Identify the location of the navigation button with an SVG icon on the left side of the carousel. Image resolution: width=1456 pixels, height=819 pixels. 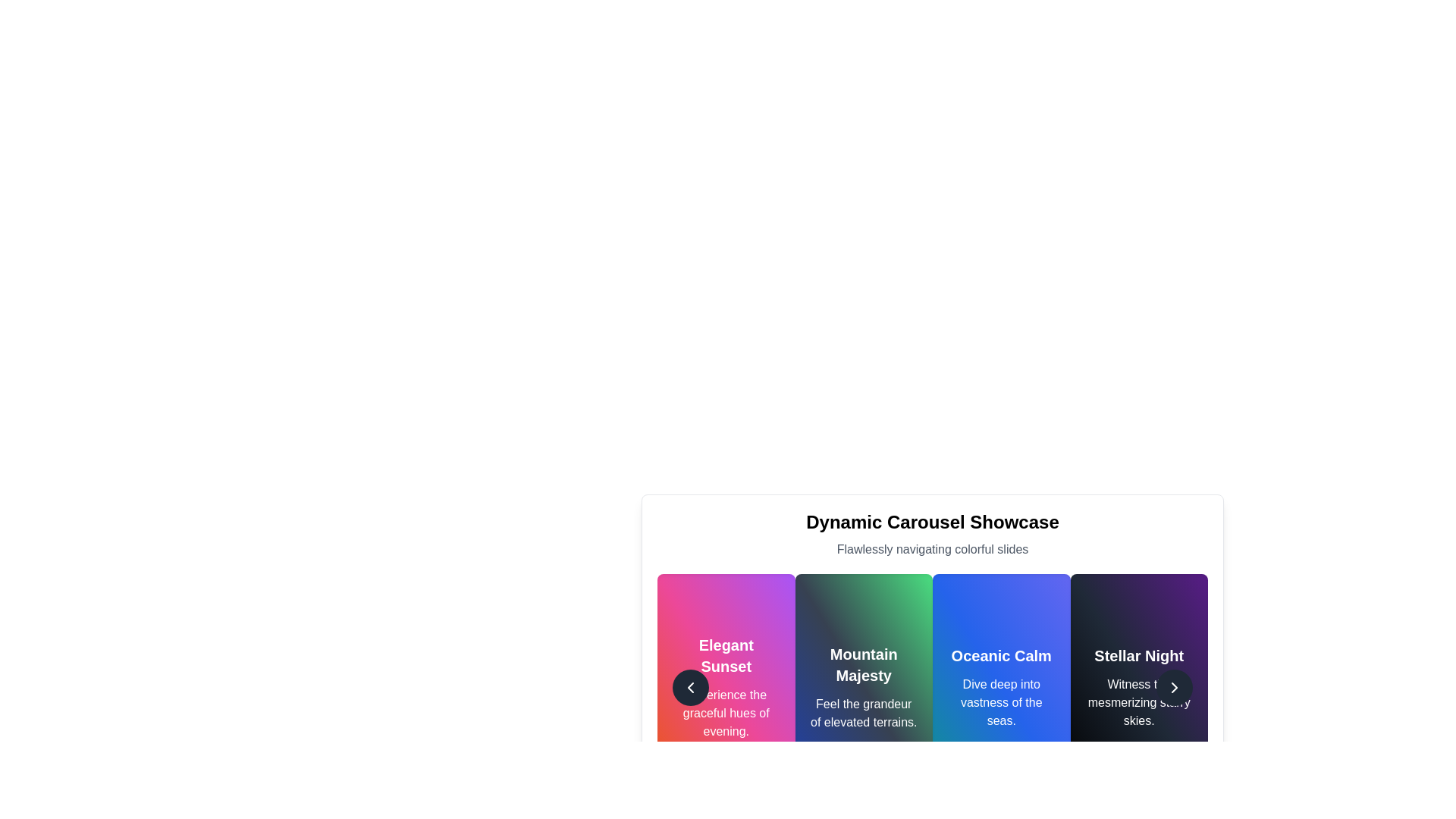
(690, 687).